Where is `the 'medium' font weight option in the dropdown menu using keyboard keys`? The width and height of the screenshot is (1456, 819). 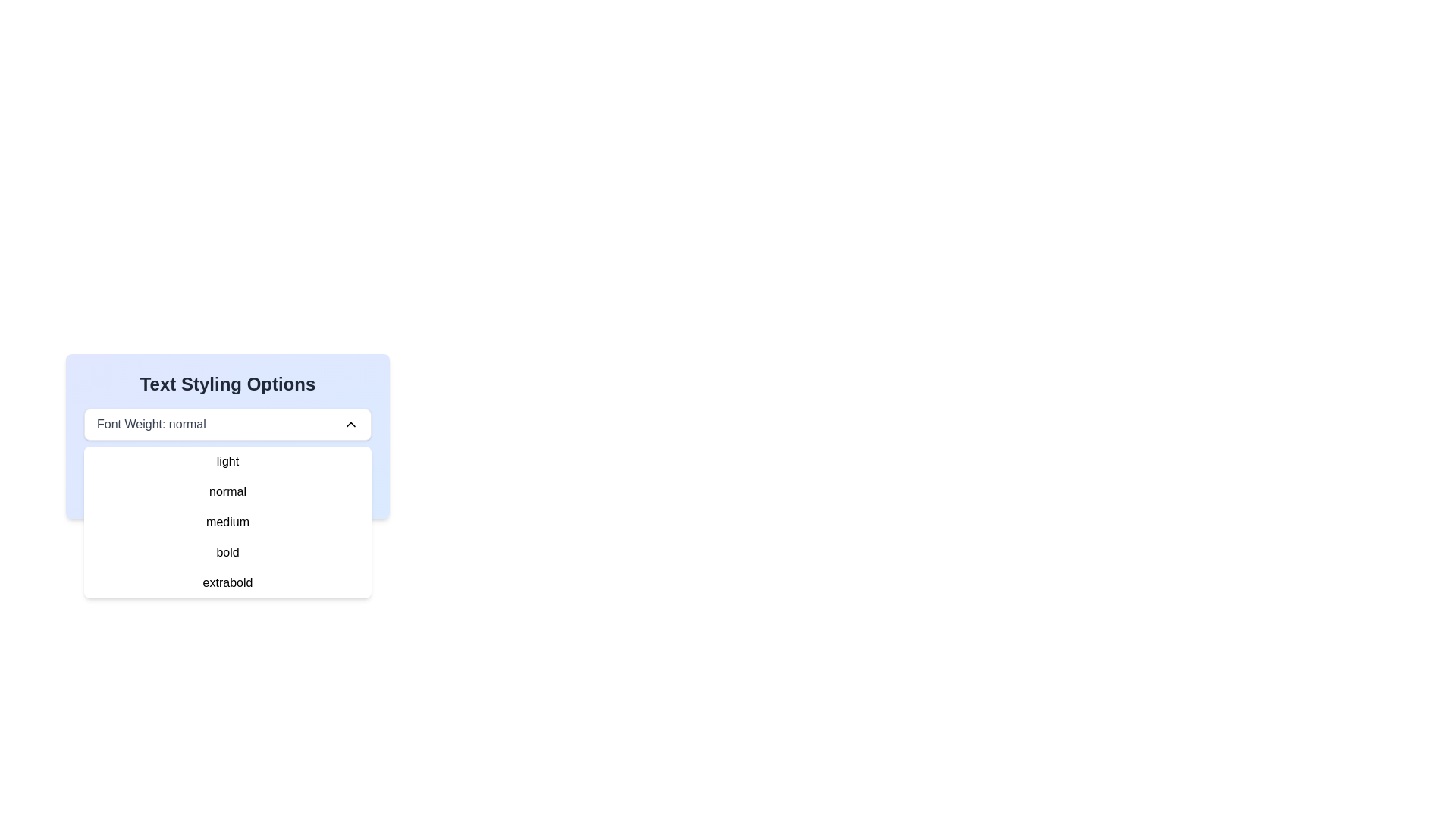 the 'medium' font weight option in the dropdown menu using keyboard keys is located at coordinates (227, 522).